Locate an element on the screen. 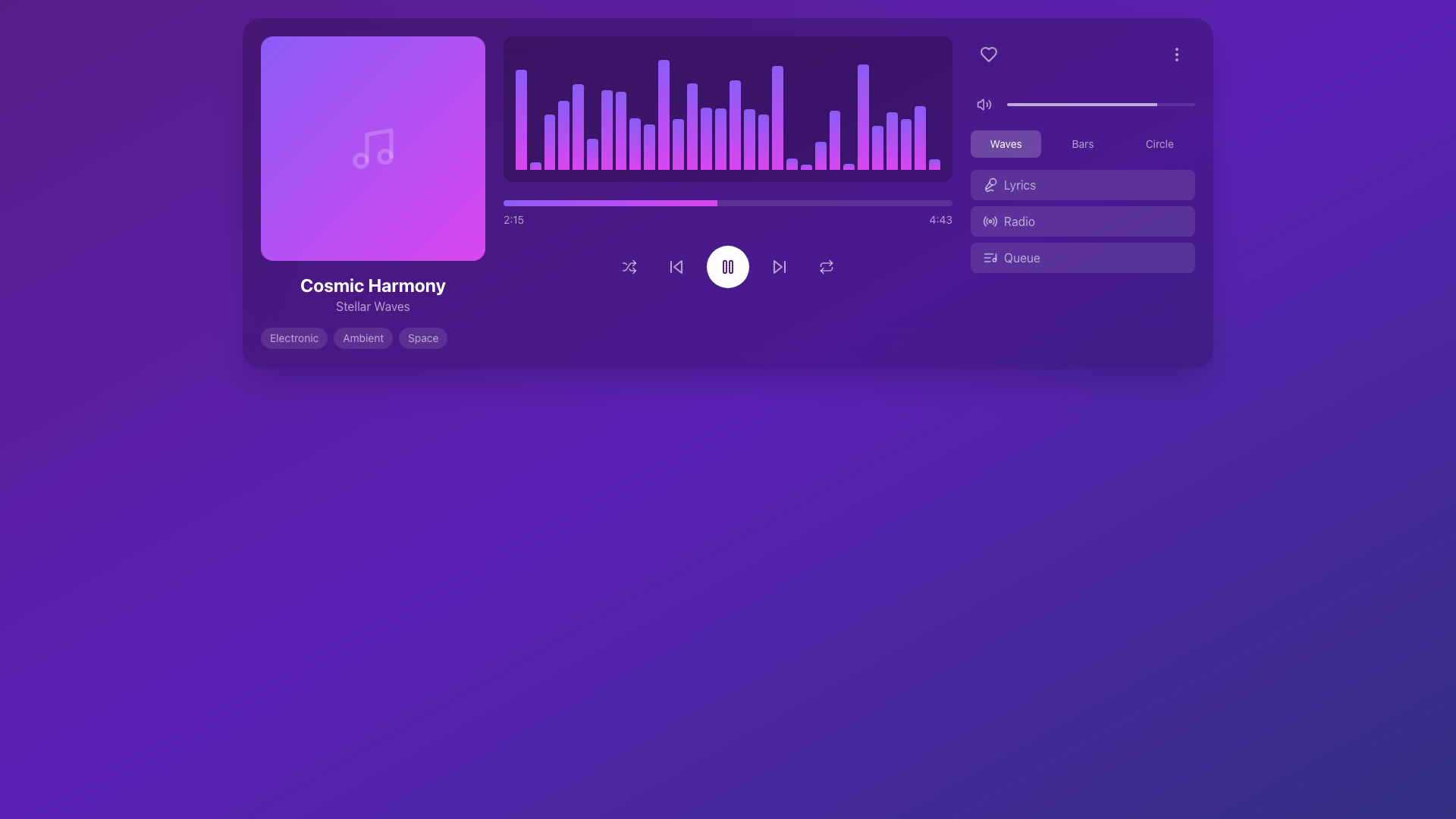 This screenshot has width=1456, height=819. the shuffle playback button located in the control bar of the music player interface, positioned just to the left of the skip backward icon is located at coordinates (629, 265).